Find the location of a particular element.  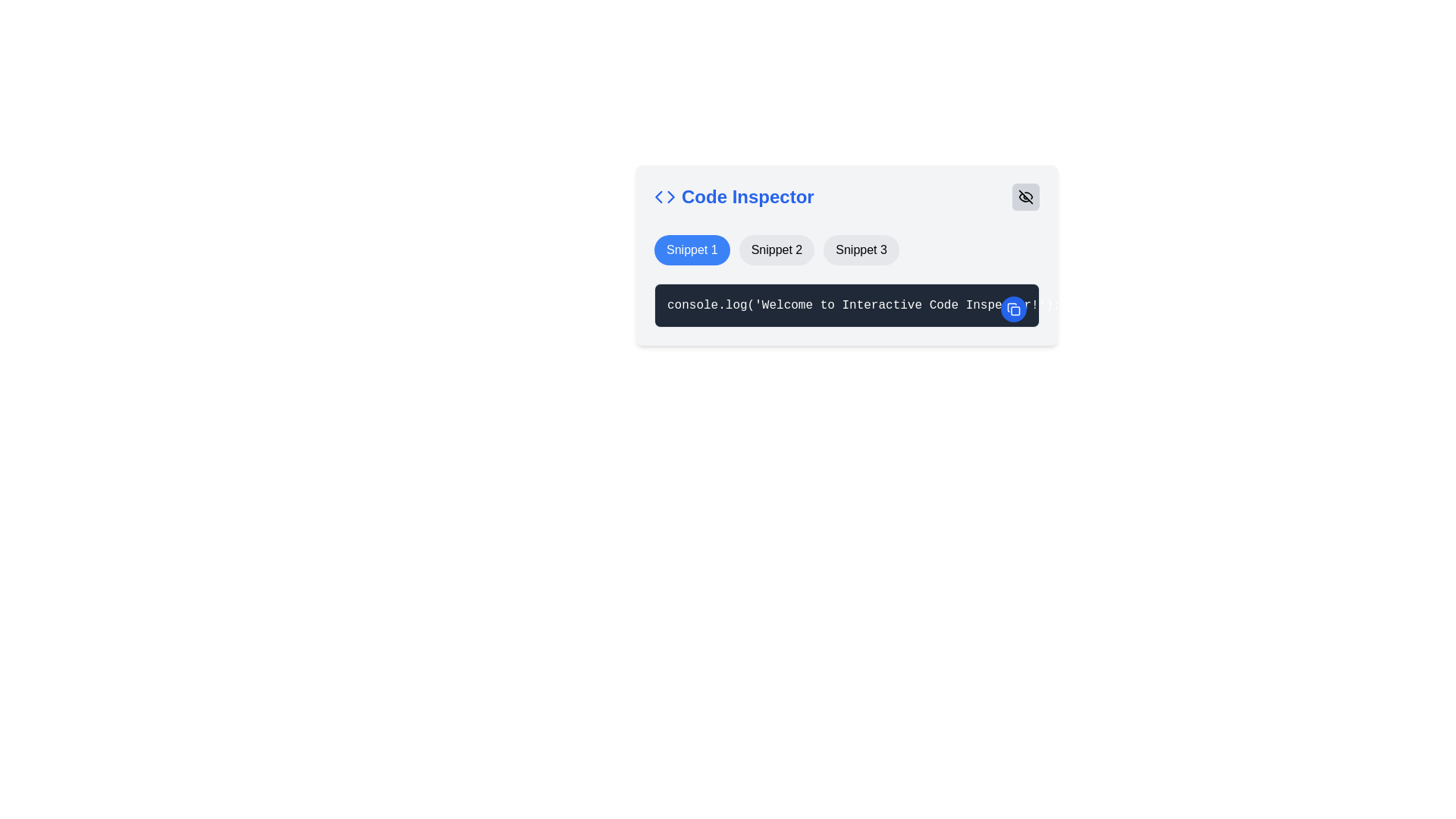

the copy action icon, which is represented by overlapping squares, located centrally within a circular blue button at the top-right corner of the code snippet viewer is located at coordinates (1014, 309).